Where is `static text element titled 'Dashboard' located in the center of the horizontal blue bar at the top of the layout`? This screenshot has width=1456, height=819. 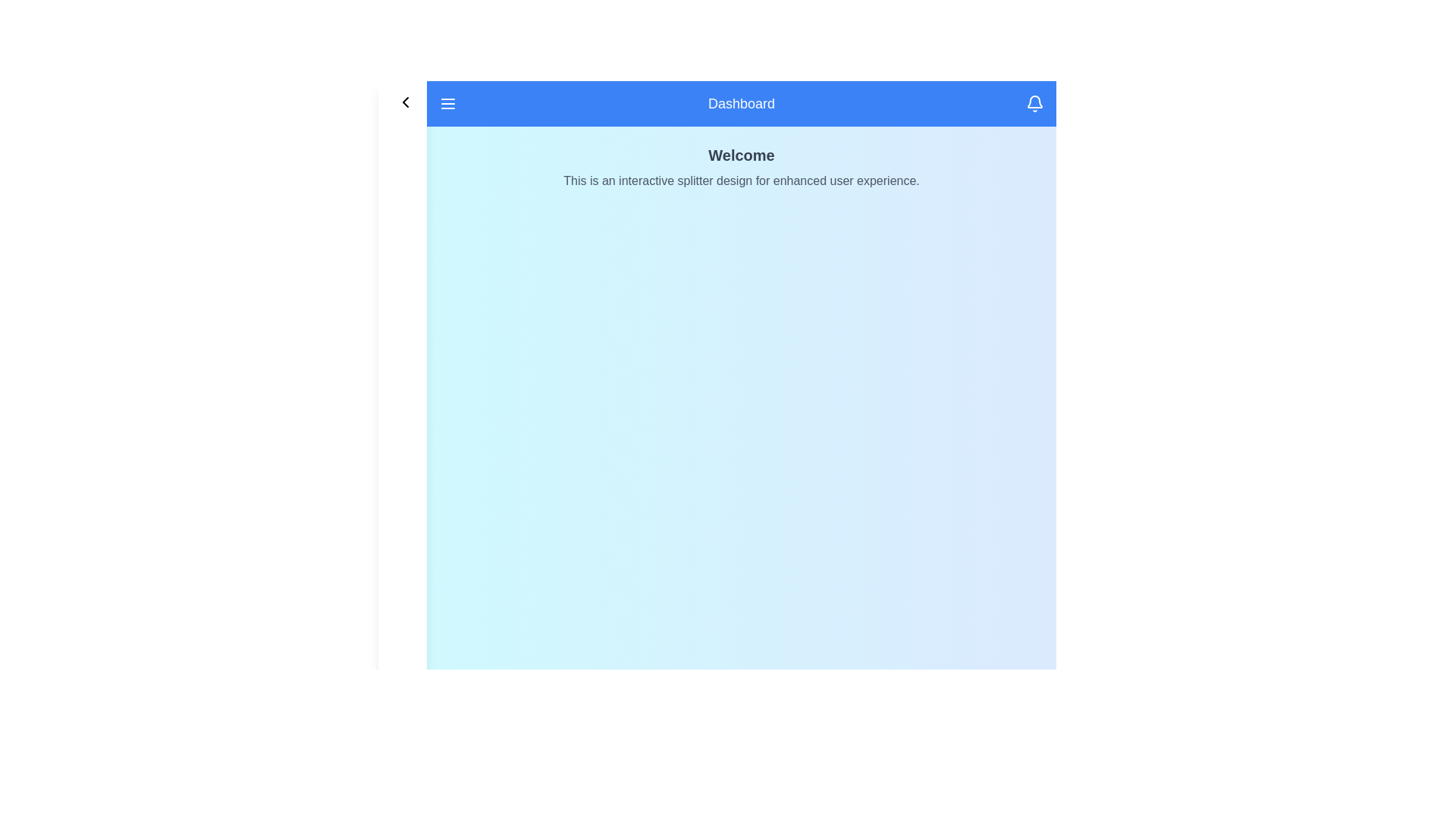 static text element titled 'Dashboard' located in the center of the horizontal blue bar at the top of the layout is located at coordinates (742, 103).